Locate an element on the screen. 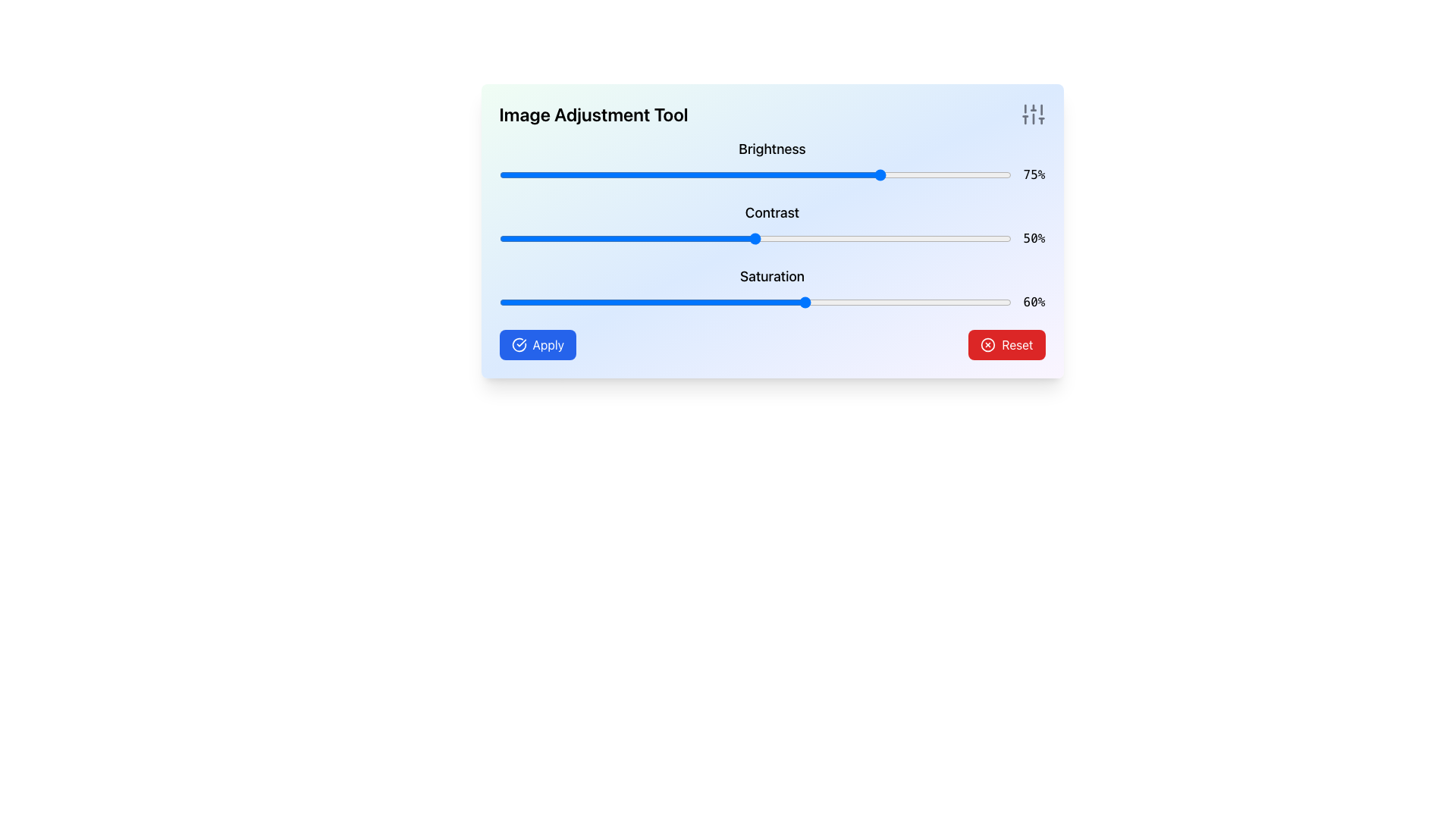 The image size is (1456, 819). brightness is located at coordinates (750, 174).